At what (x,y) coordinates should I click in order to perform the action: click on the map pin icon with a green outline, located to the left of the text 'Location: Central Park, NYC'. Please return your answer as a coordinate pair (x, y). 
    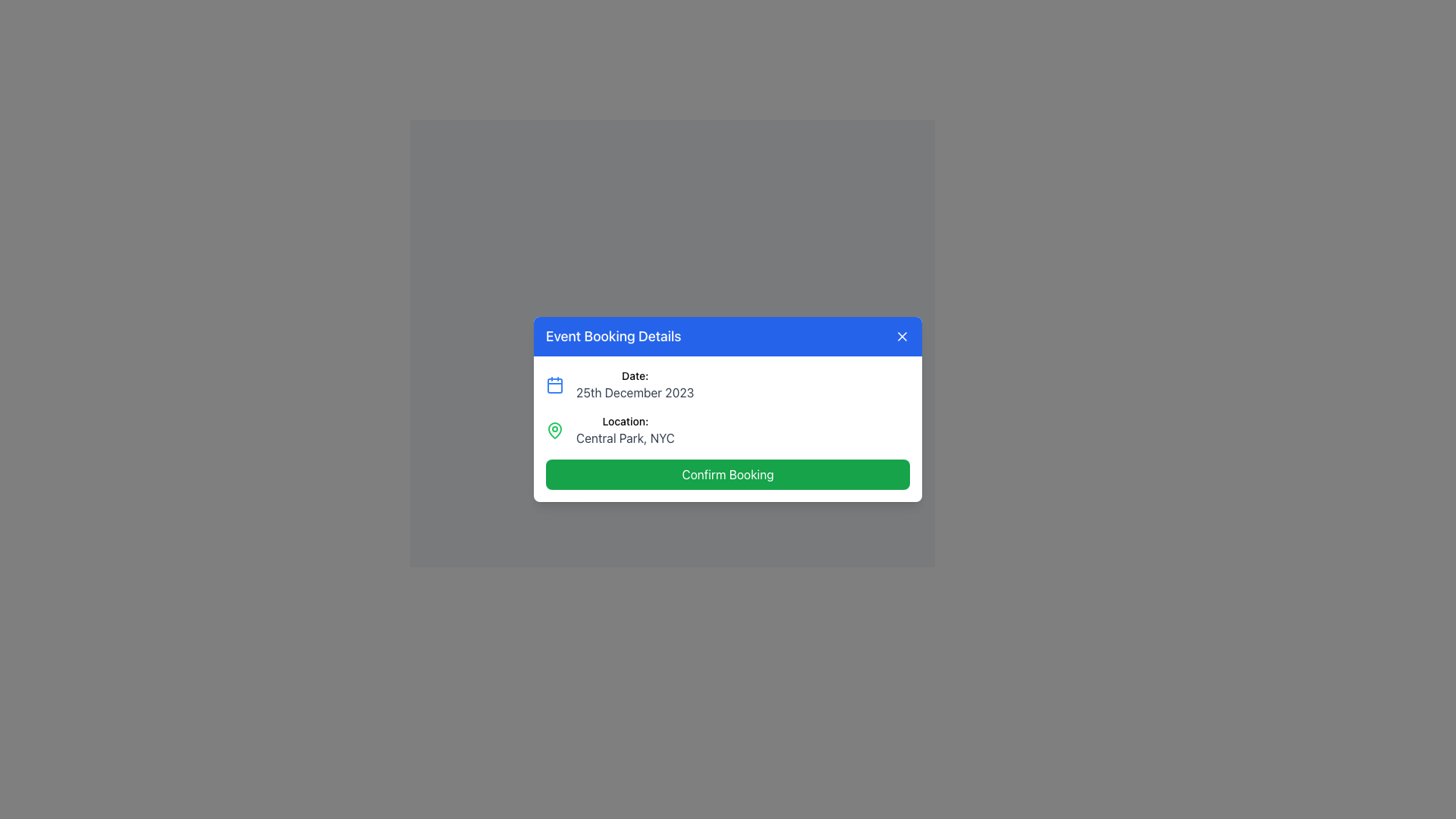
    Looking at the image, I should click on (554, 430).